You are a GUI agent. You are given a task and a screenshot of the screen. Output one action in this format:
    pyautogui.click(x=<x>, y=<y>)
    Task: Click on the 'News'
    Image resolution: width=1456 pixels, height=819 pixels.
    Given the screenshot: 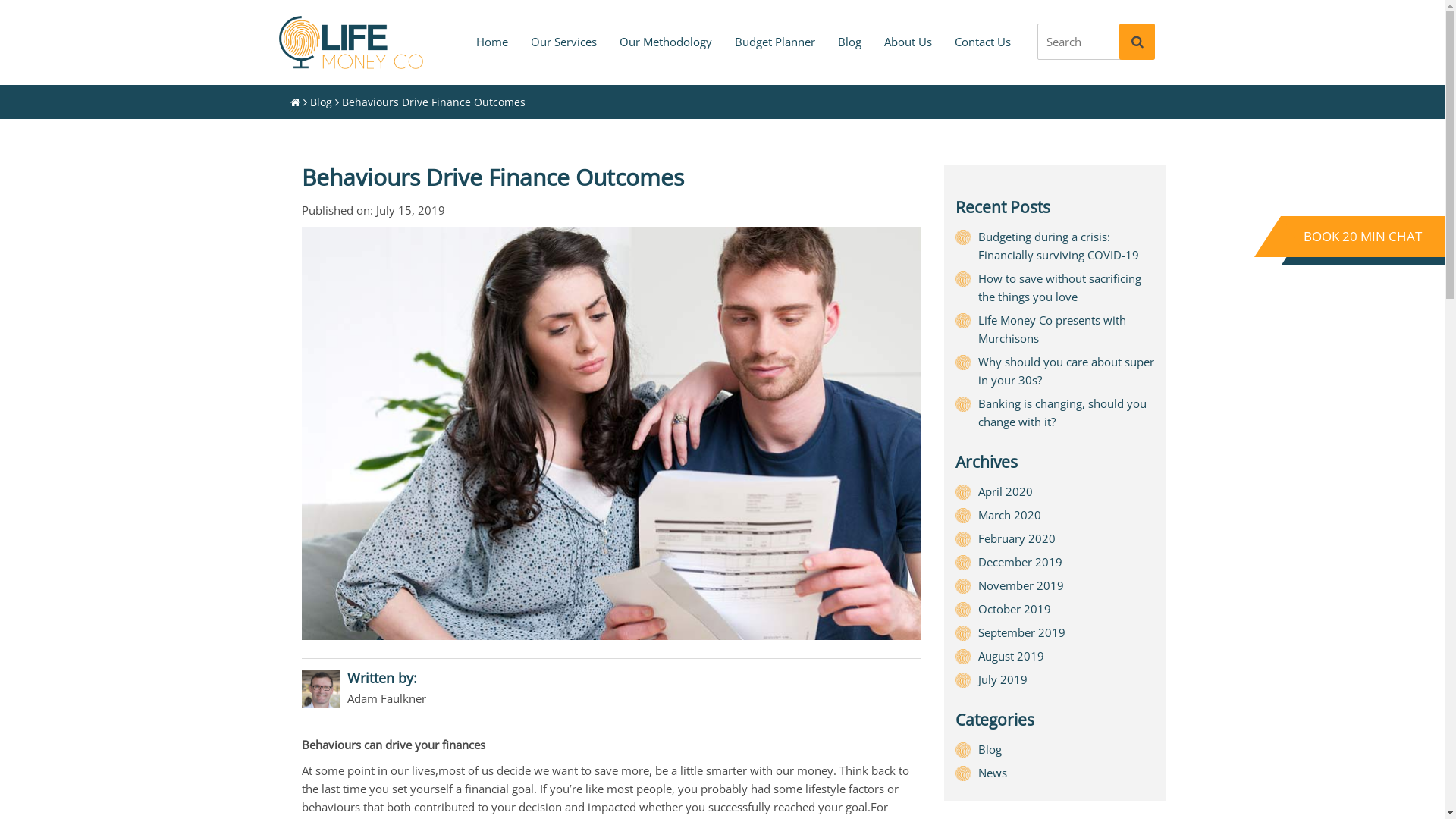 What is the action you would take?
    pyautogui.click(x=993, y=772)
    